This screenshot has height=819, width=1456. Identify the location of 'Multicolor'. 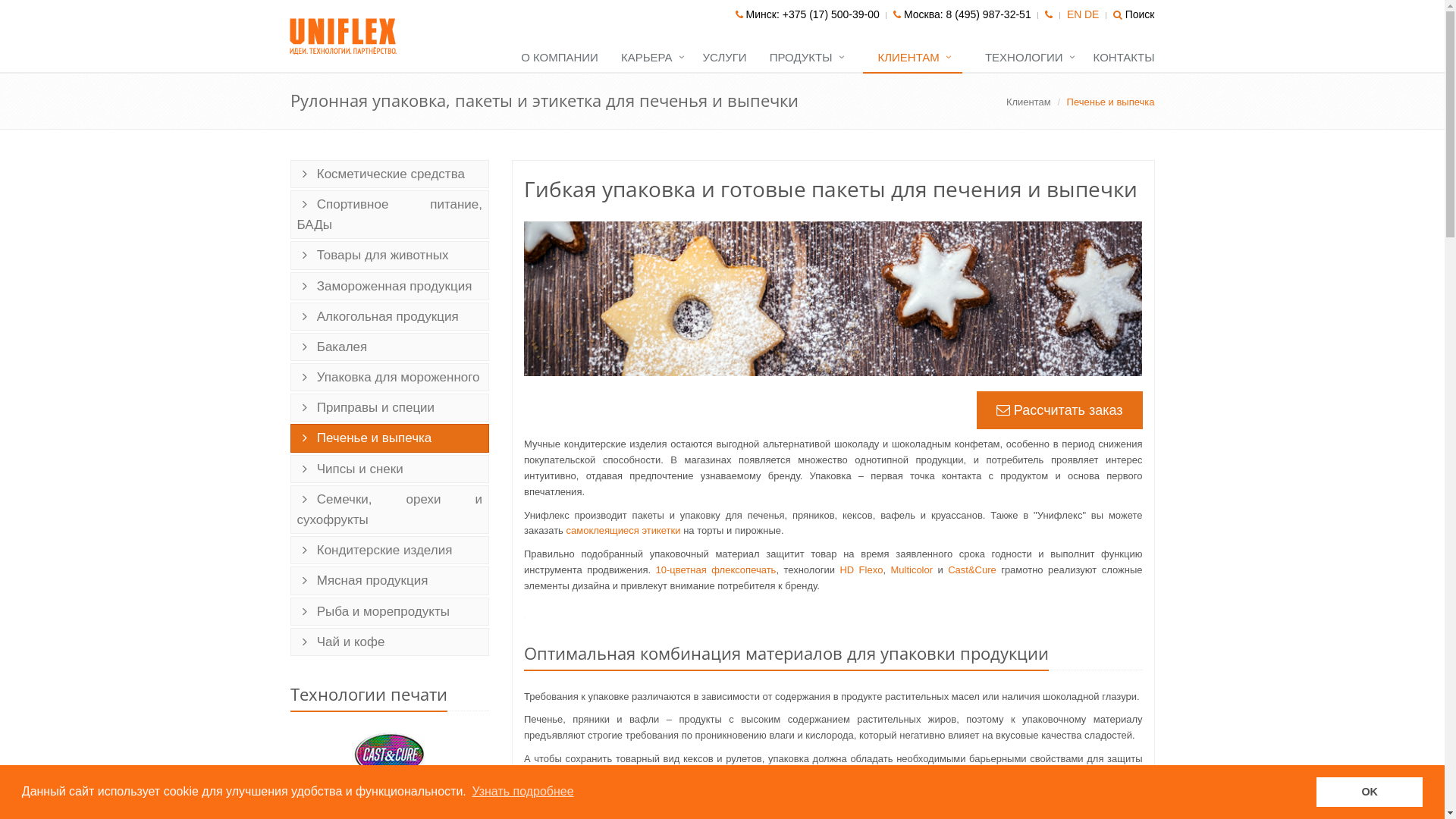
(890, 570).